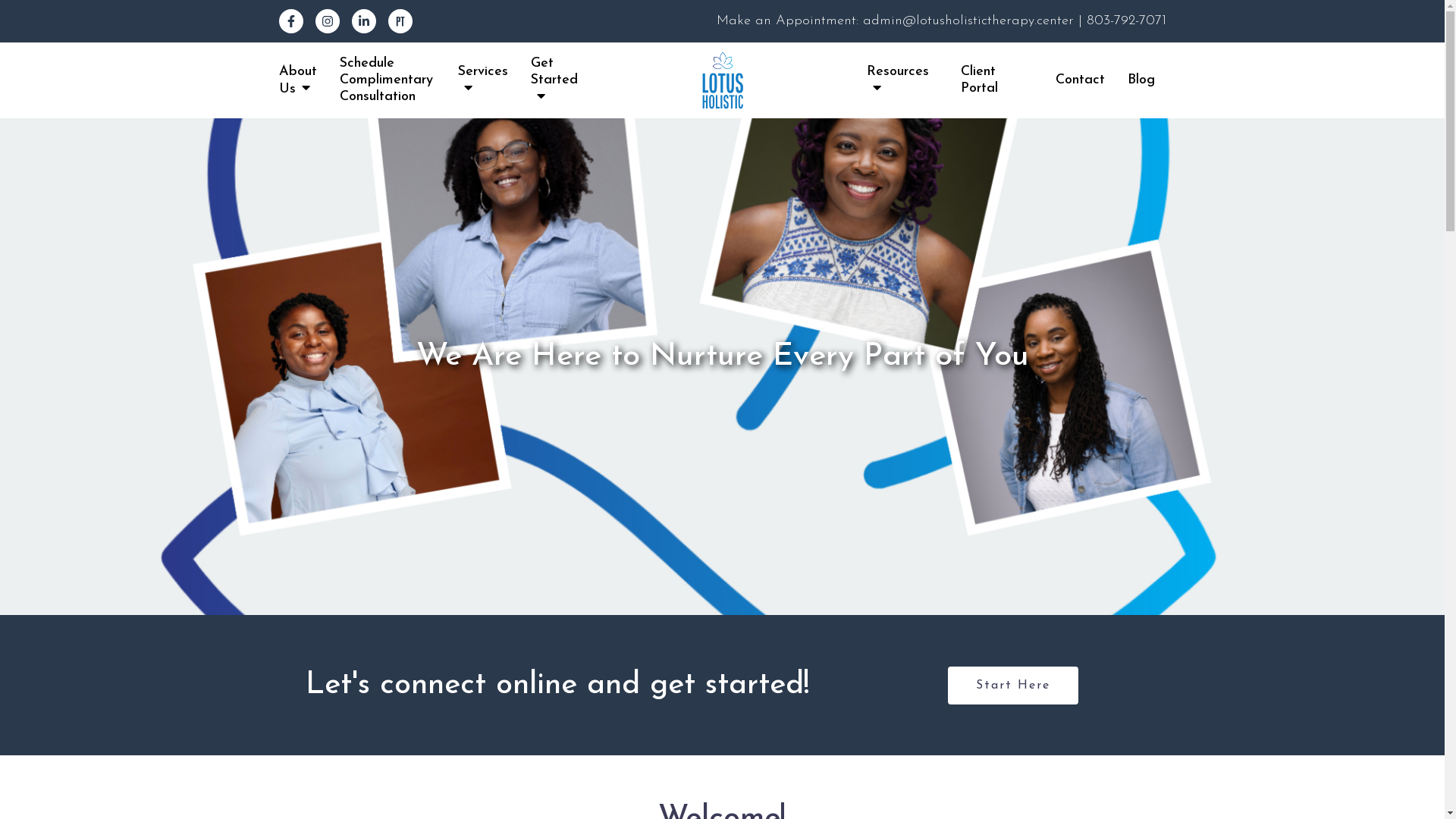 The image size is (1456, 819). Describe the element at coordinates (1079, 80) in the screenshot. I see `'Contact'` at that location.